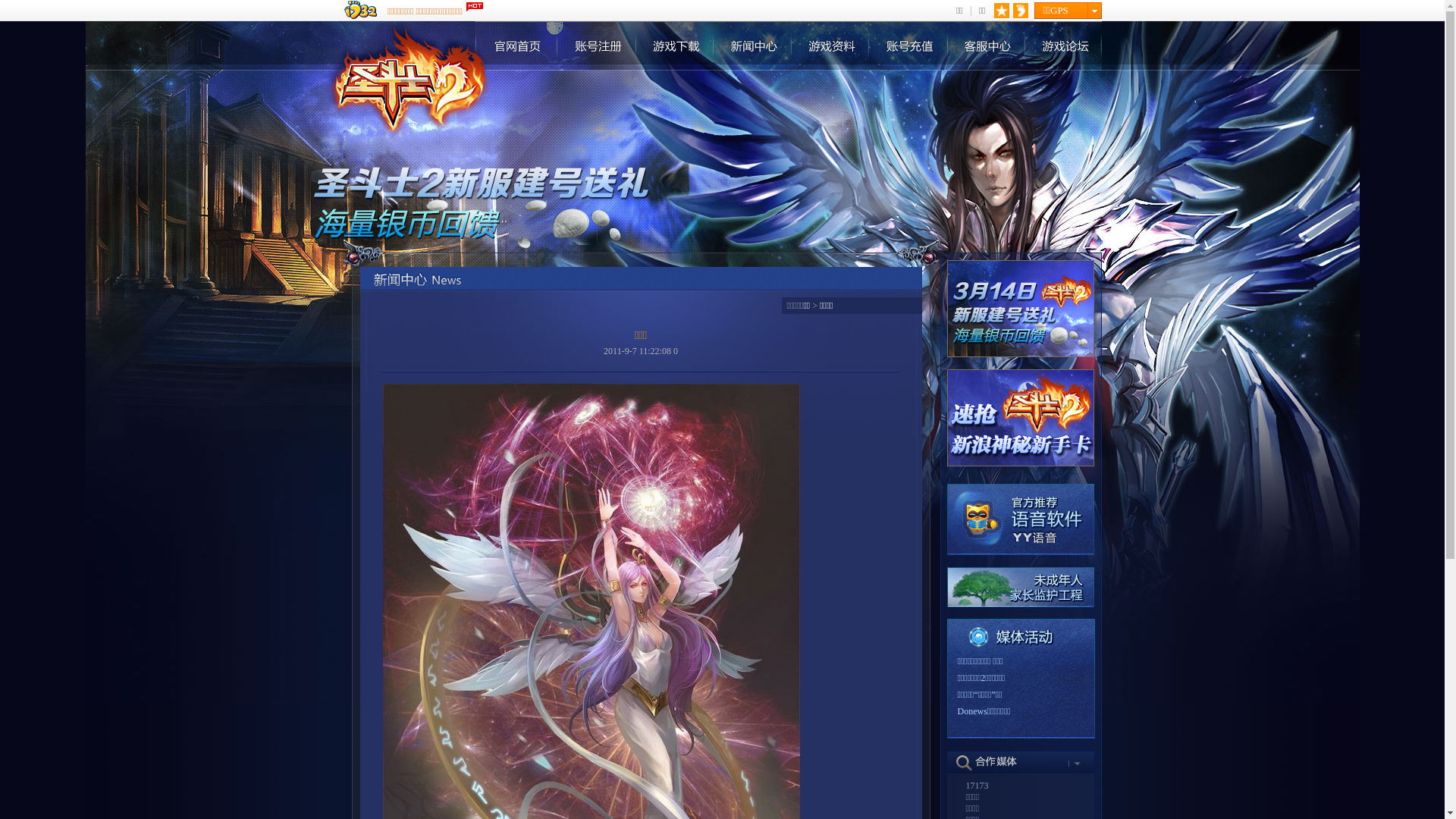 The height and width of the screenshot is (819, 1456). Describe the element at coordinates (965, 785) in the screenshot. I see `'17173'` at that location.